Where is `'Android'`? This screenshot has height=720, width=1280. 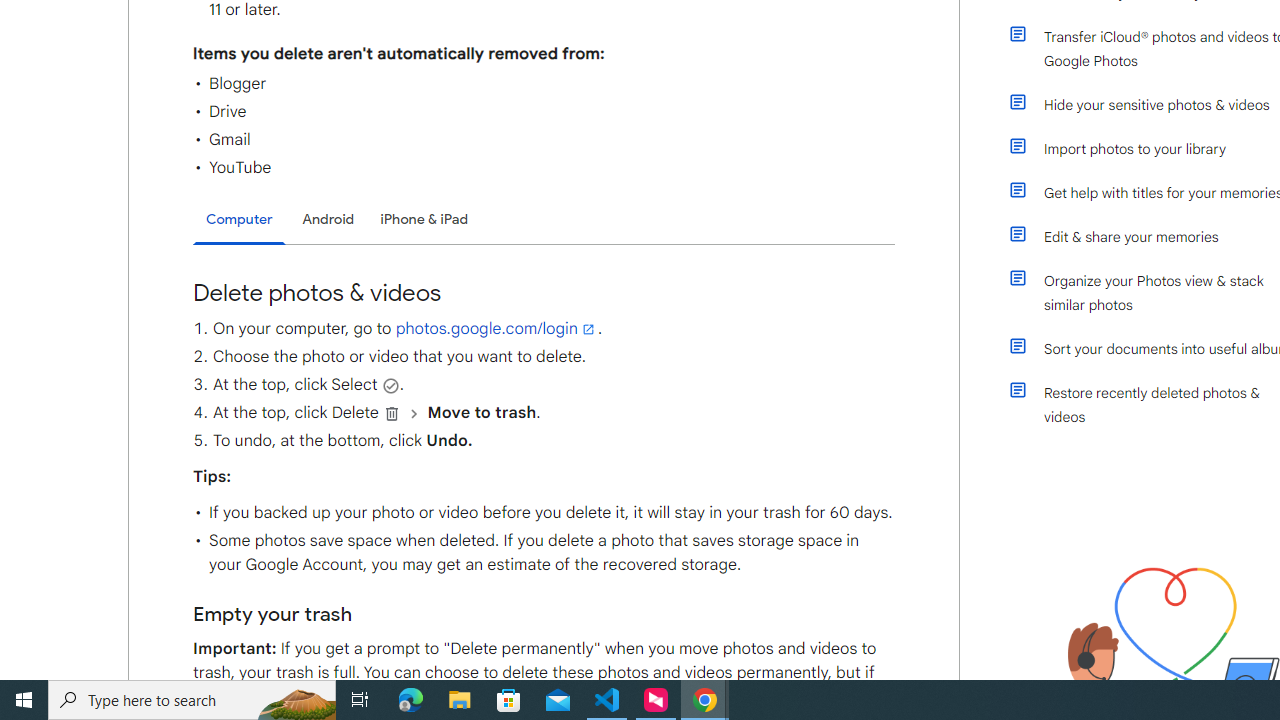
'Android' is located at coordinates (328, 219).